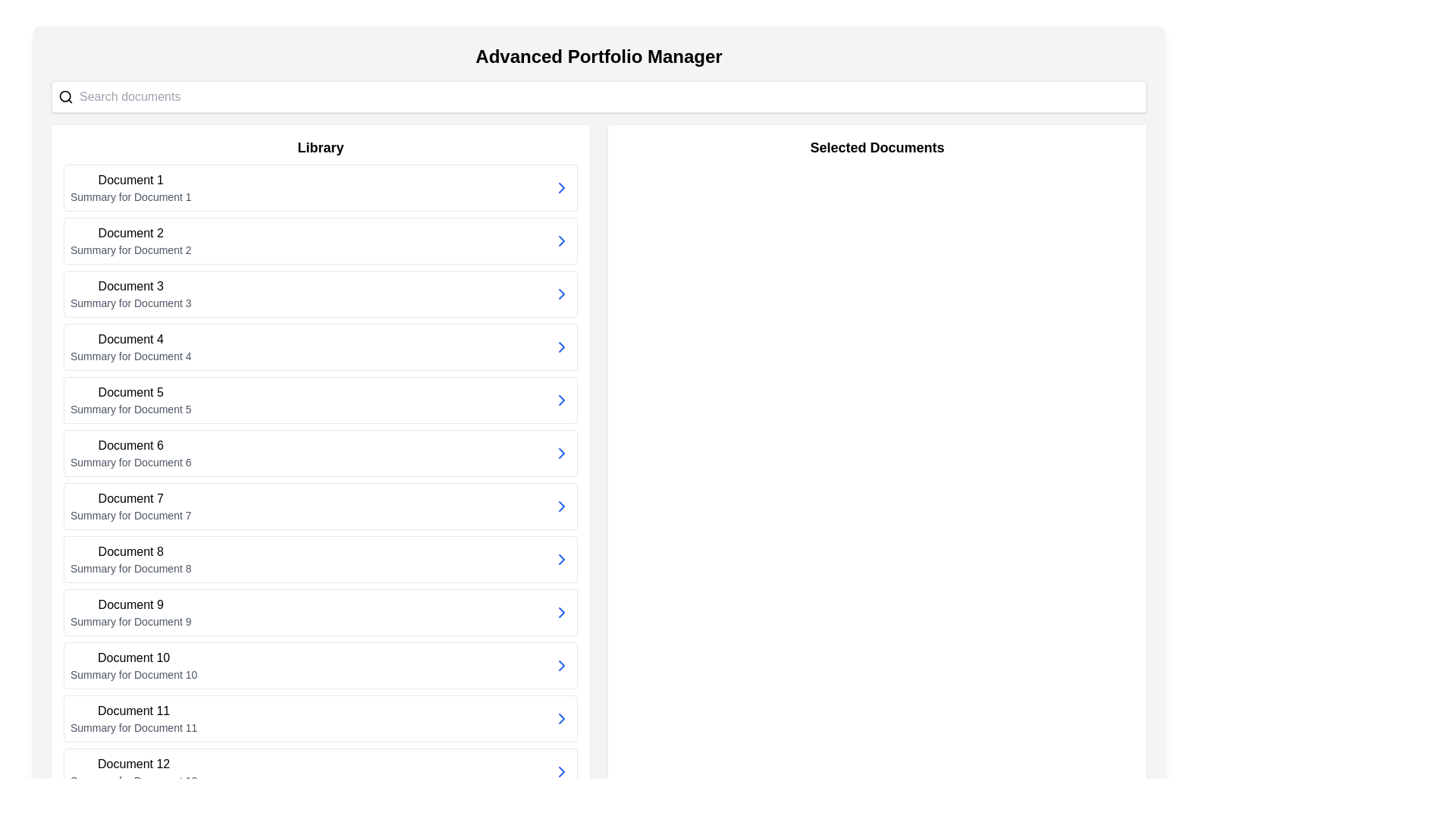  I want to click on the navigation icon located at the far right of Document 12 in the Library section, so click(560, 718).